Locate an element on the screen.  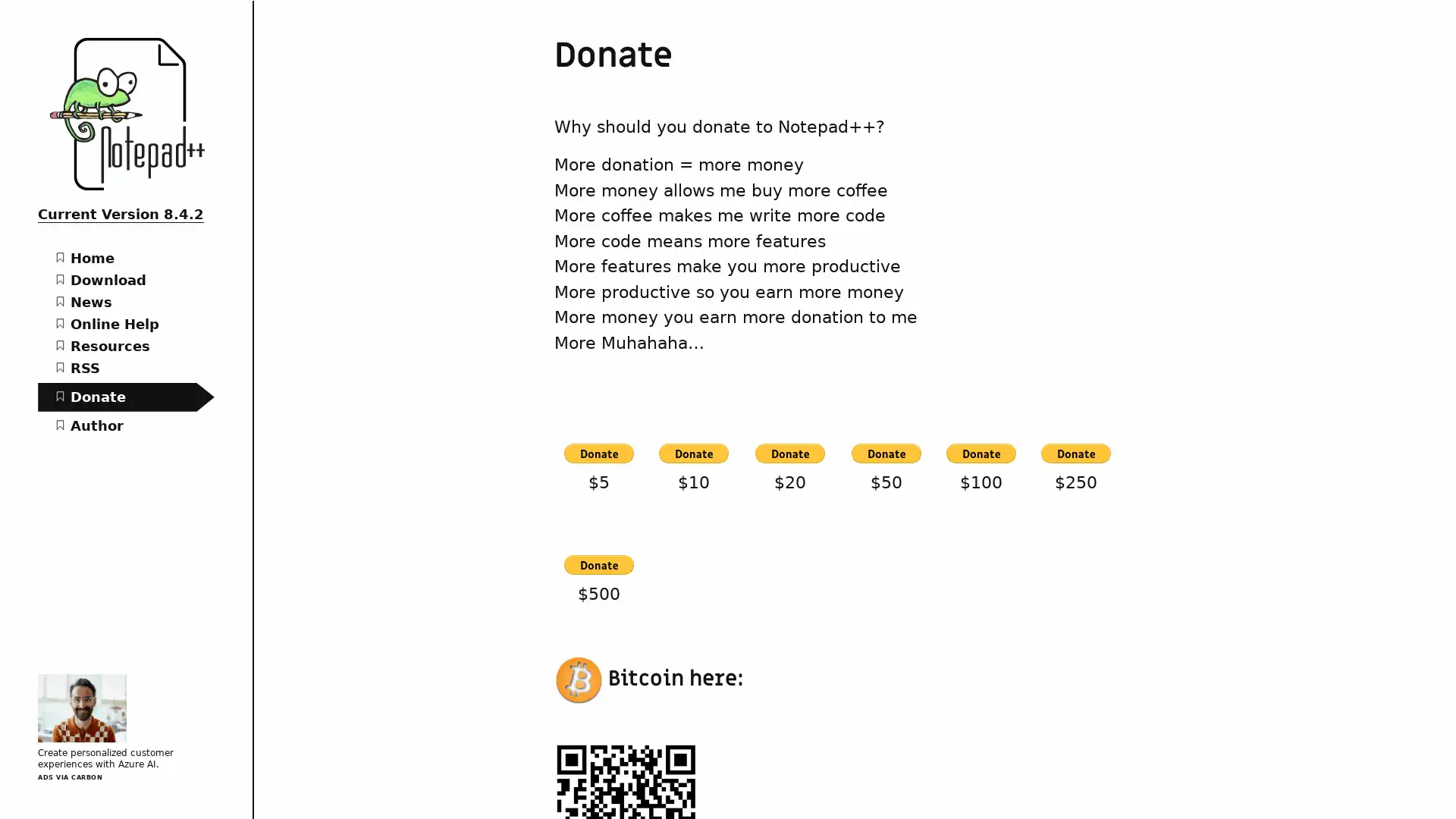
PayPal - The safer, easier way to pay online! is located at coordinates (789, 452).